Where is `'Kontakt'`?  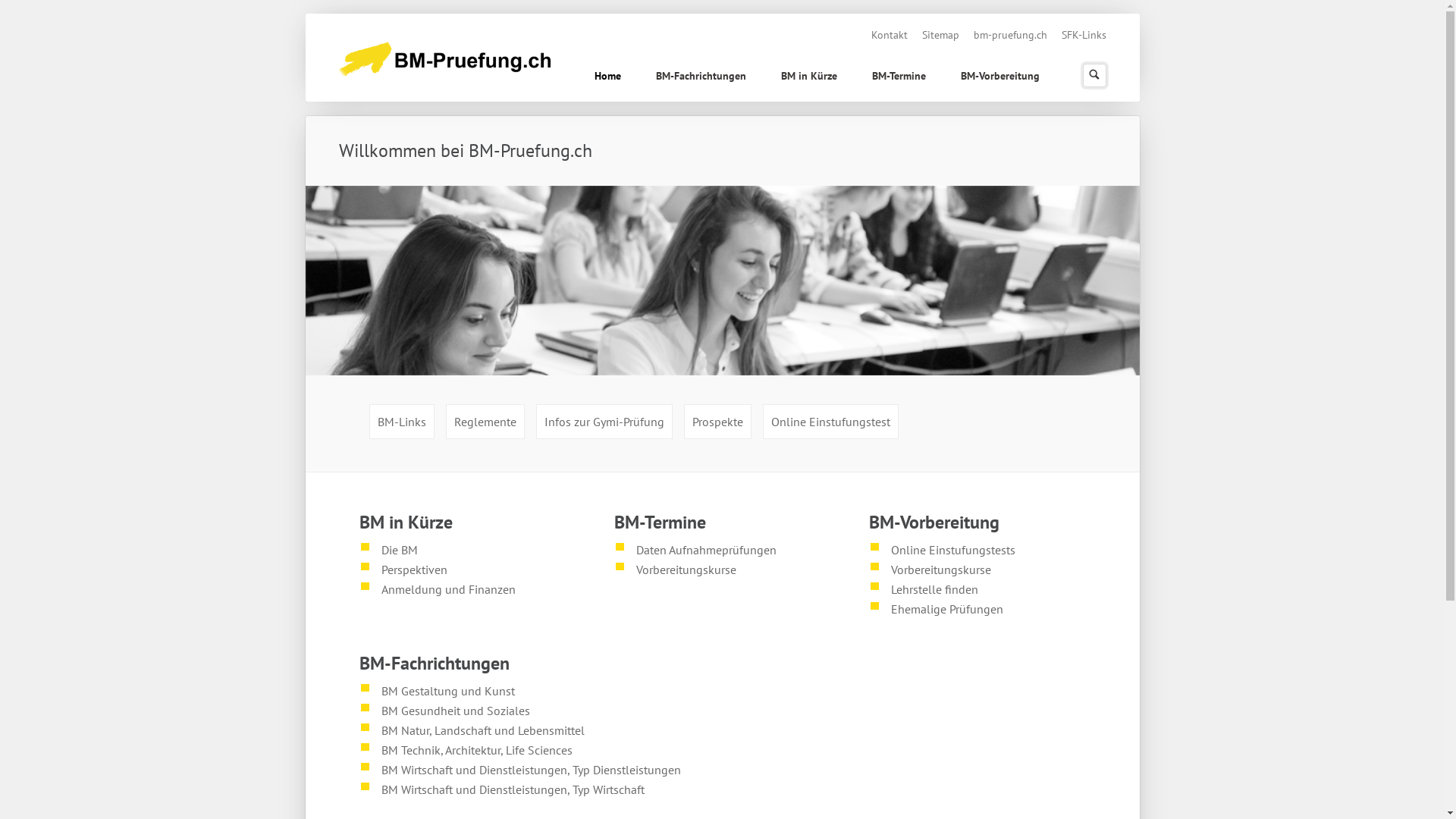 'Kontakt' is located at coordinates (888, 34).